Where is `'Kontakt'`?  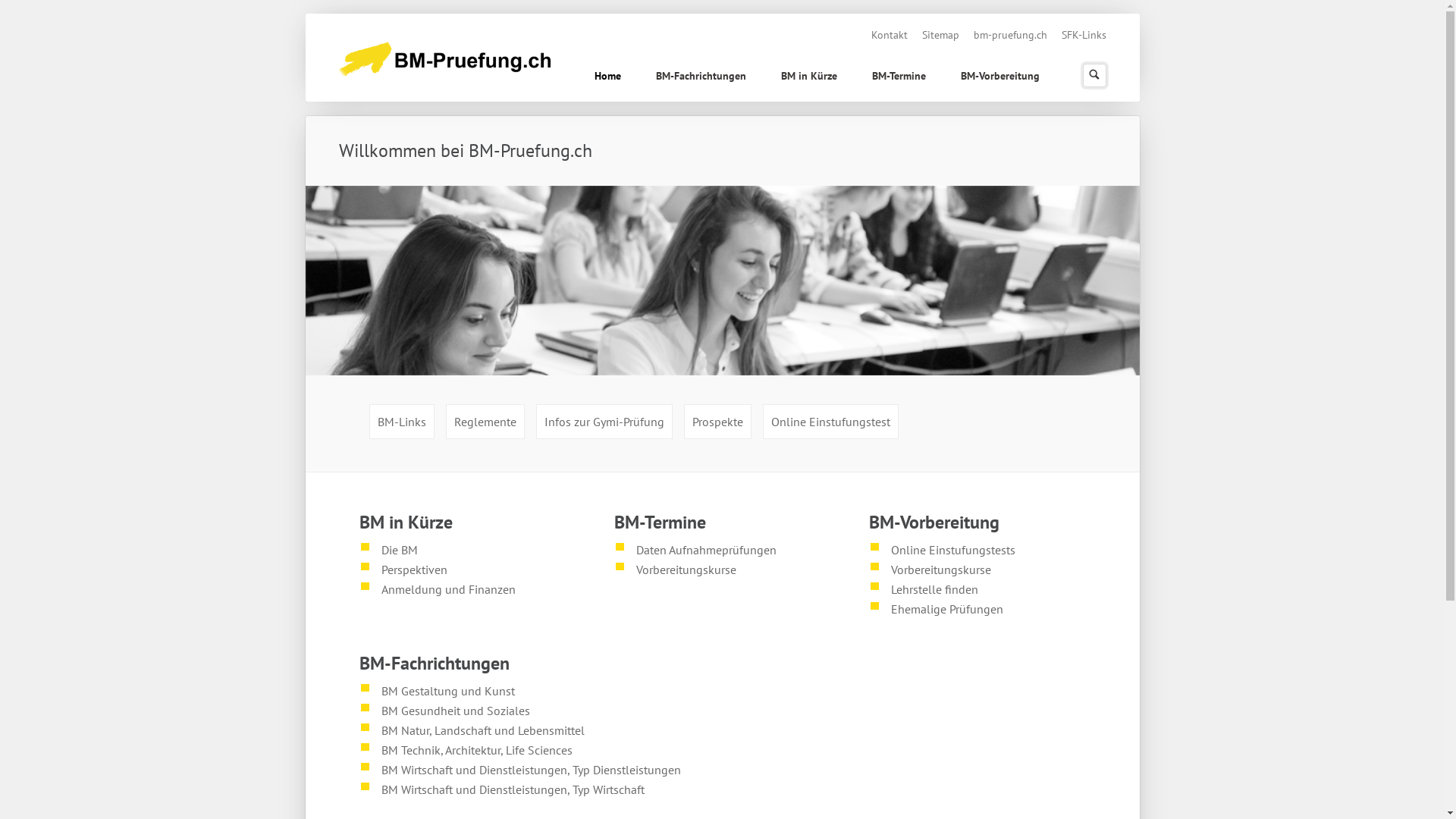 'Kontakt' is located at coordinates (888, 34).